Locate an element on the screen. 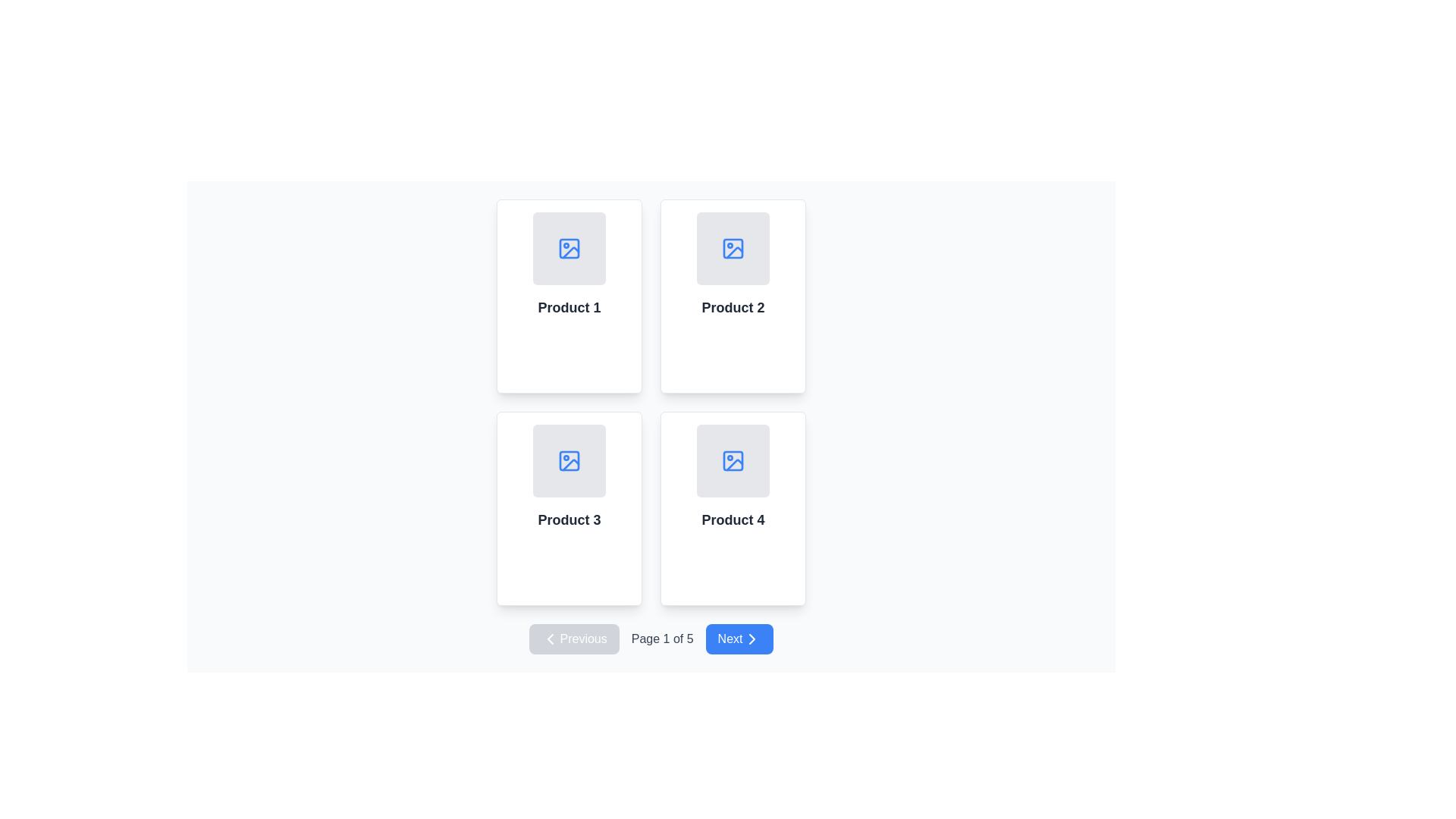 This screenshot has height=819, width=1456. the central icon within the 'Product 3' card, which is located in the bottom-left quadrant of the grid layout is located at coordinates (568, 460).